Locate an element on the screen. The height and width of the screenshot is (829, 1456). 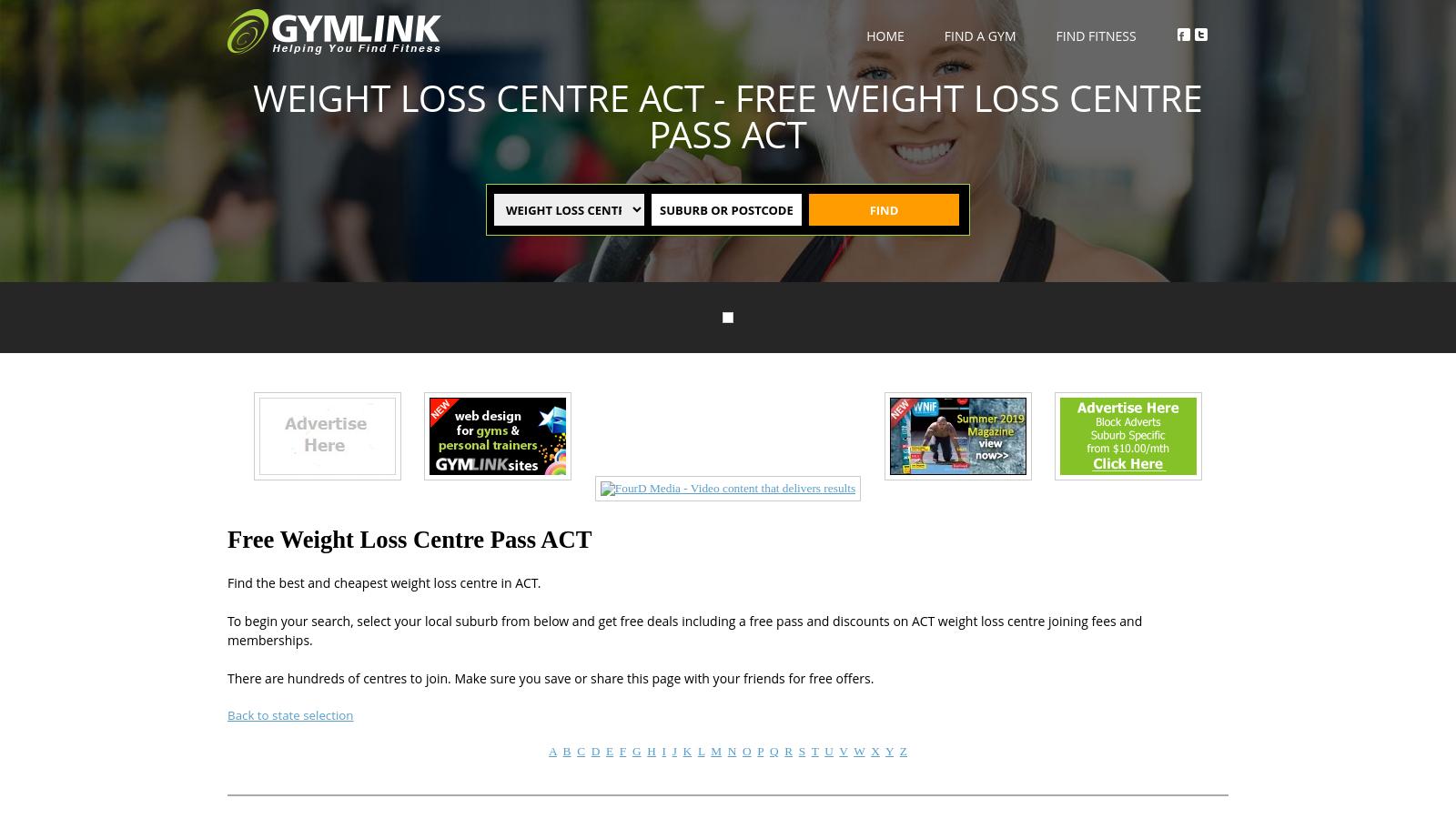
'Home' is located at coordinates (884, 35).